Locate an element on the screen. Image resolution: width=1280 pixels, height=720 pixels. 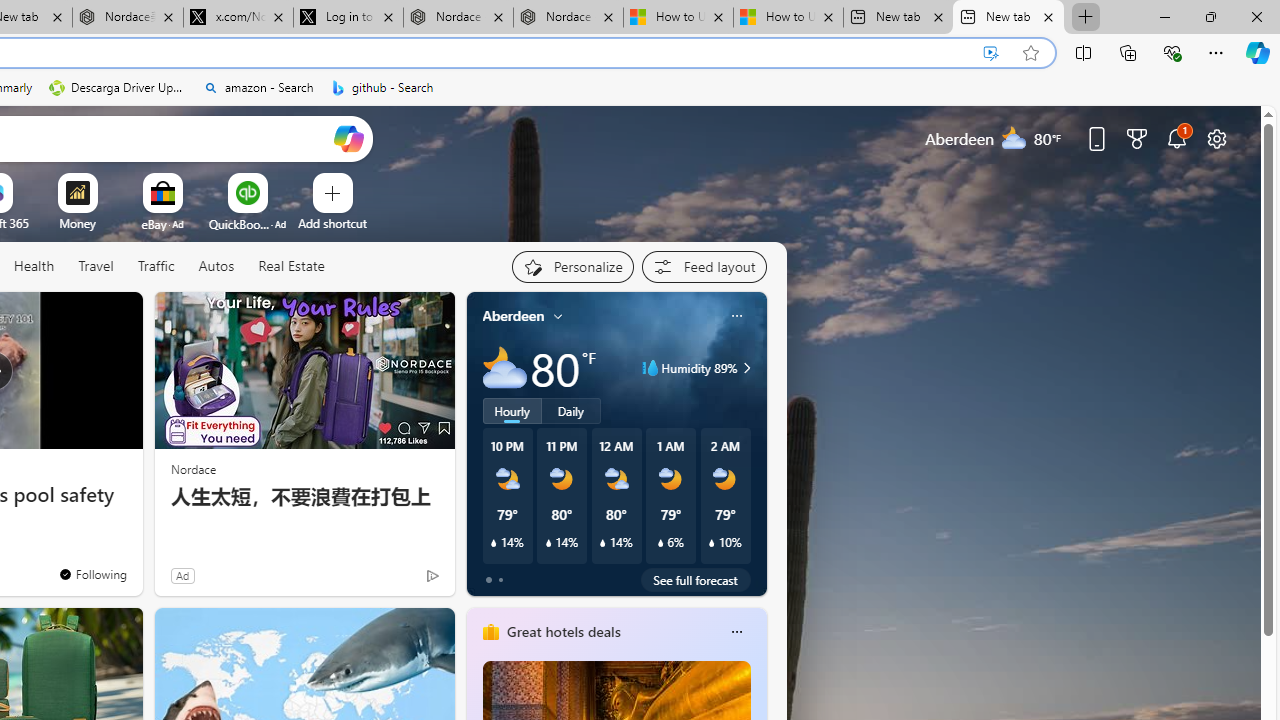
'Add a site' is located at coordinates (332, 223).